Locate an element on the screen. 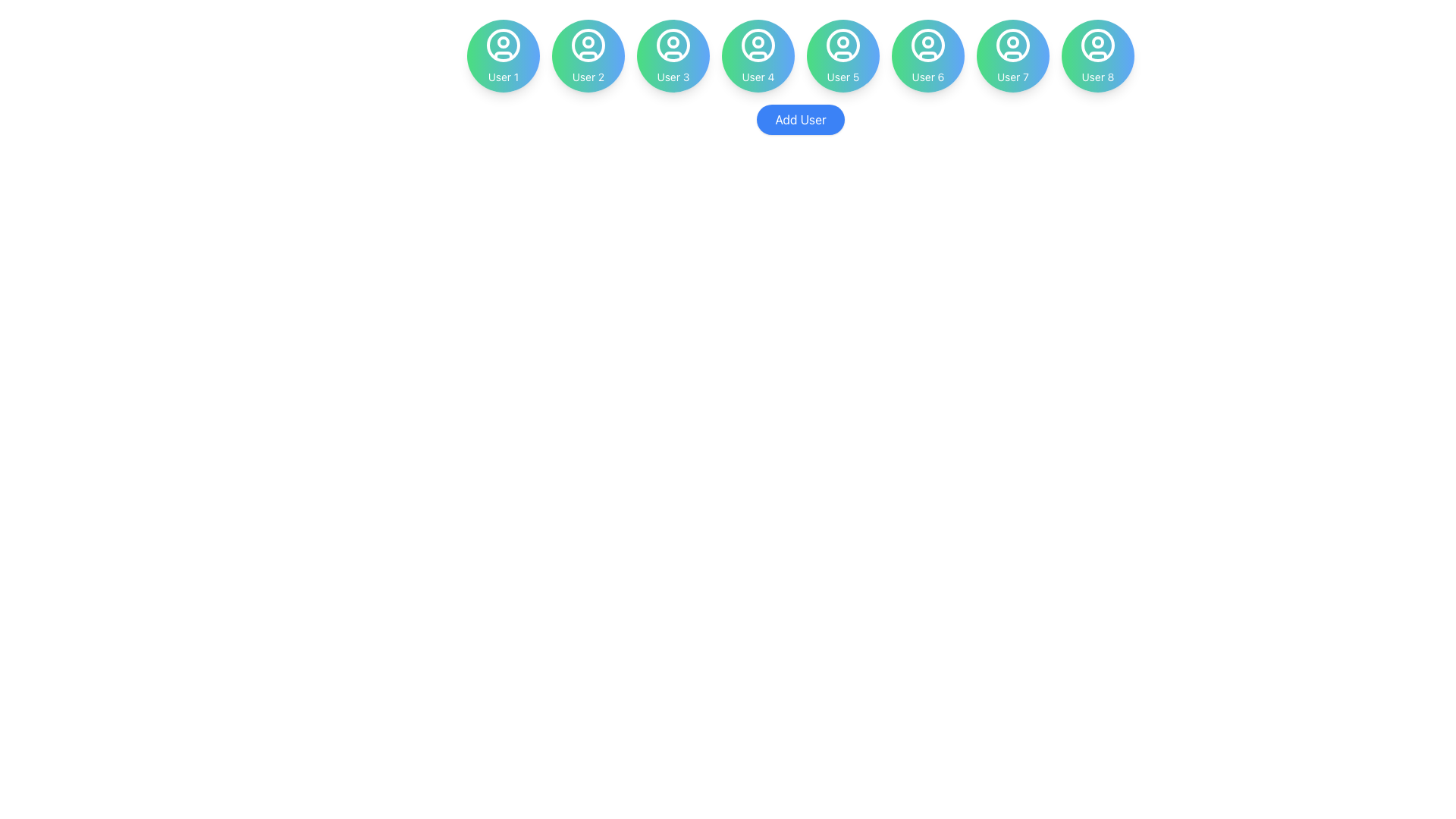  the user silhouette icon for 'User 6' is located at coordinates (927, 45).